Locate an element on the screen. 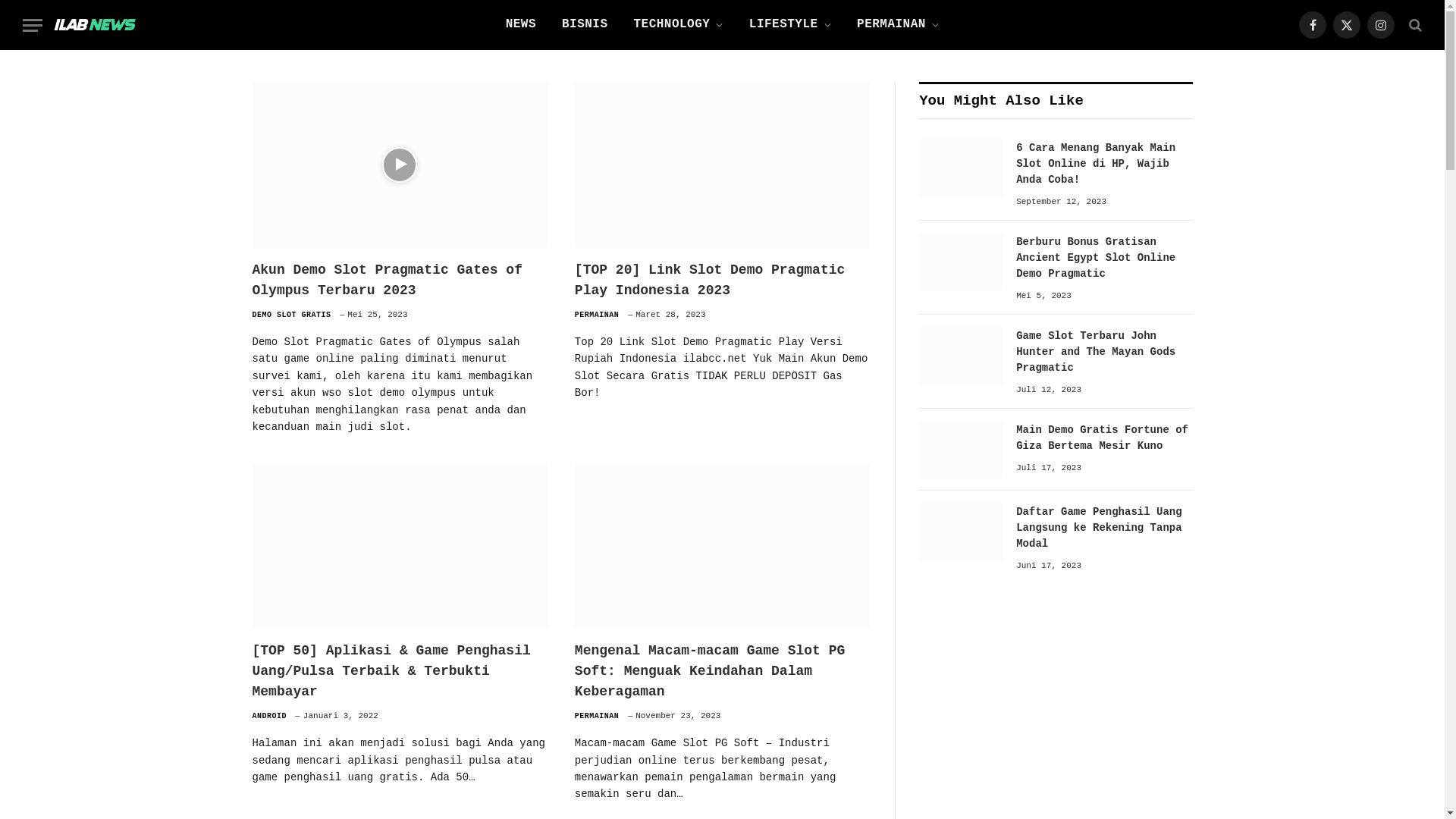  'BISNIS' is located at coordinates (584, 25).